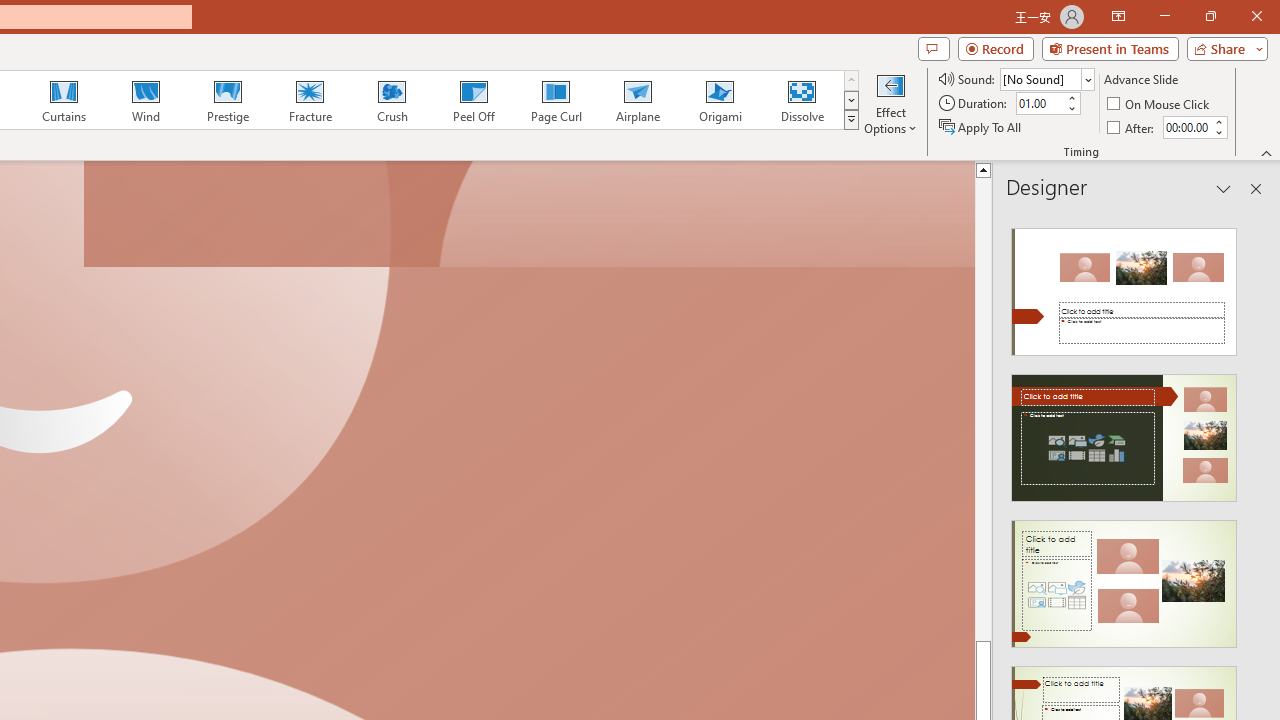  Describe the element at coordinates (1255, 189) in the screenshot. I see `'Close pane'` at that location.